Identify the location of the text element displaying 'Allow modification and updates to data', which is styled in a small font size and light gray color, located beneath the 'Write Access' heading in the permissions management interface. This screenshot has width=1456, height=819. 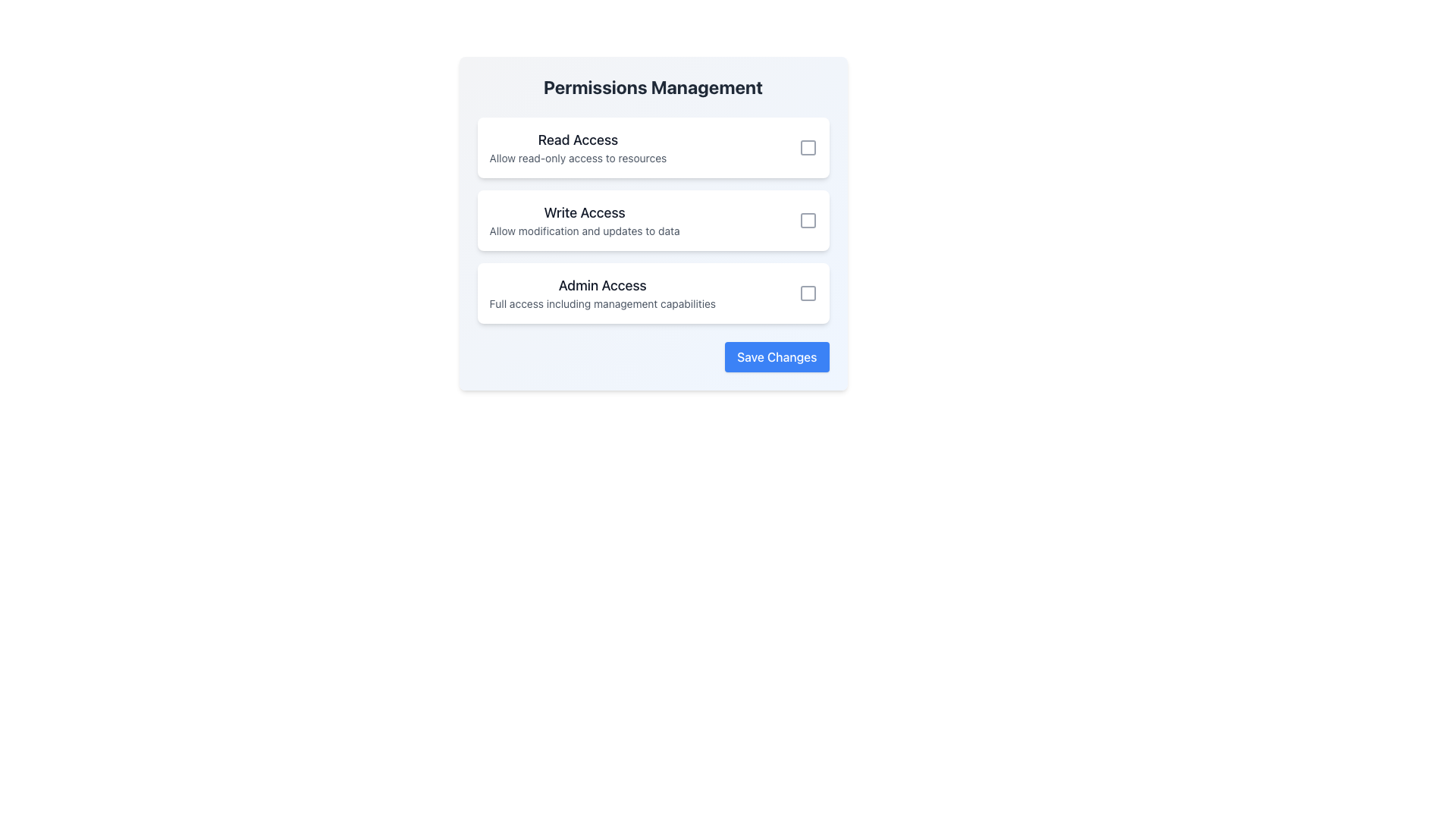
(584, 231).